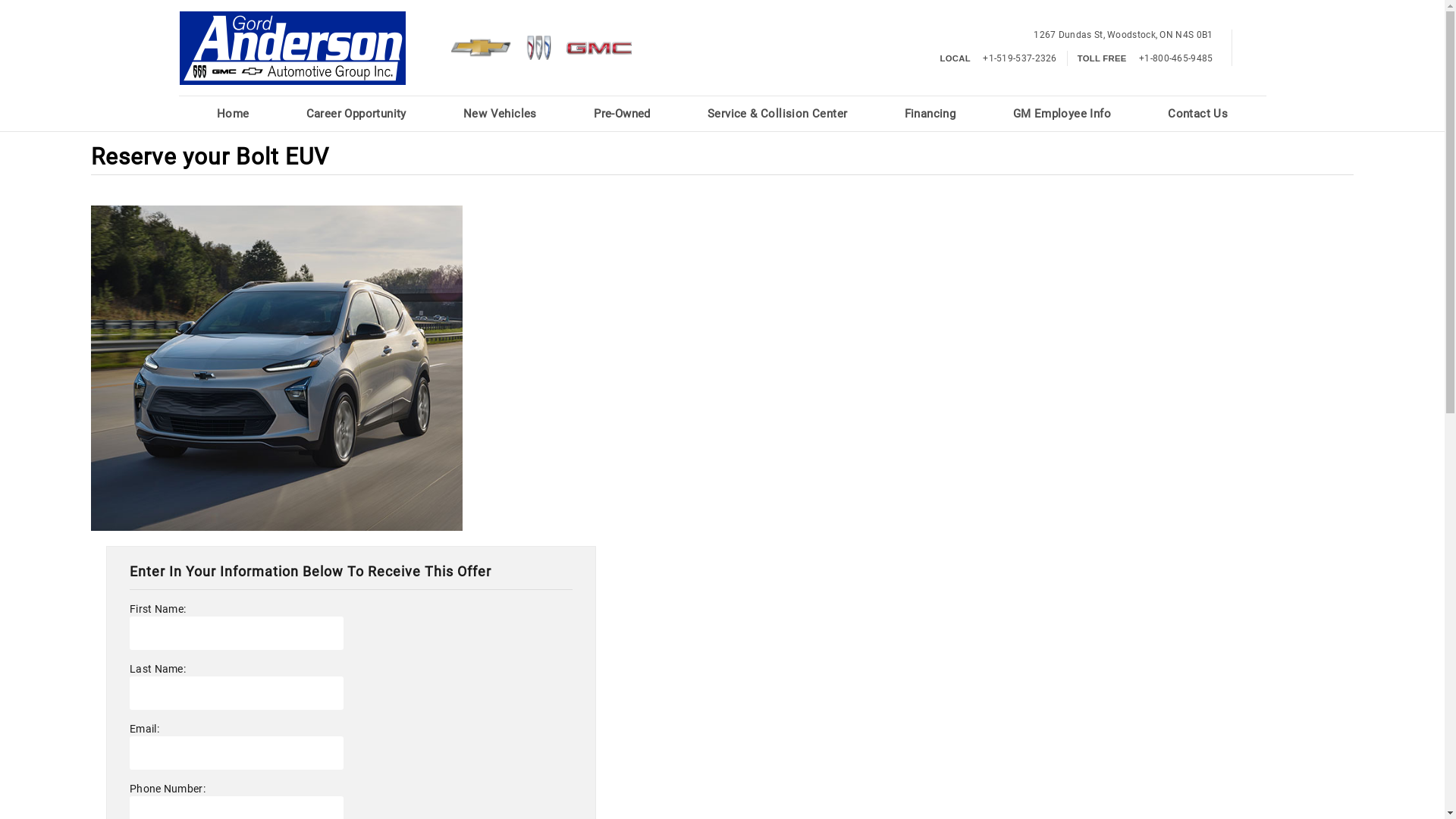 The width and height of the screenshot is (1456, 819). What do you see at coordinates (930, 113) in the screenshot?
I see `'Financing'` at bounding box center [930, 113].